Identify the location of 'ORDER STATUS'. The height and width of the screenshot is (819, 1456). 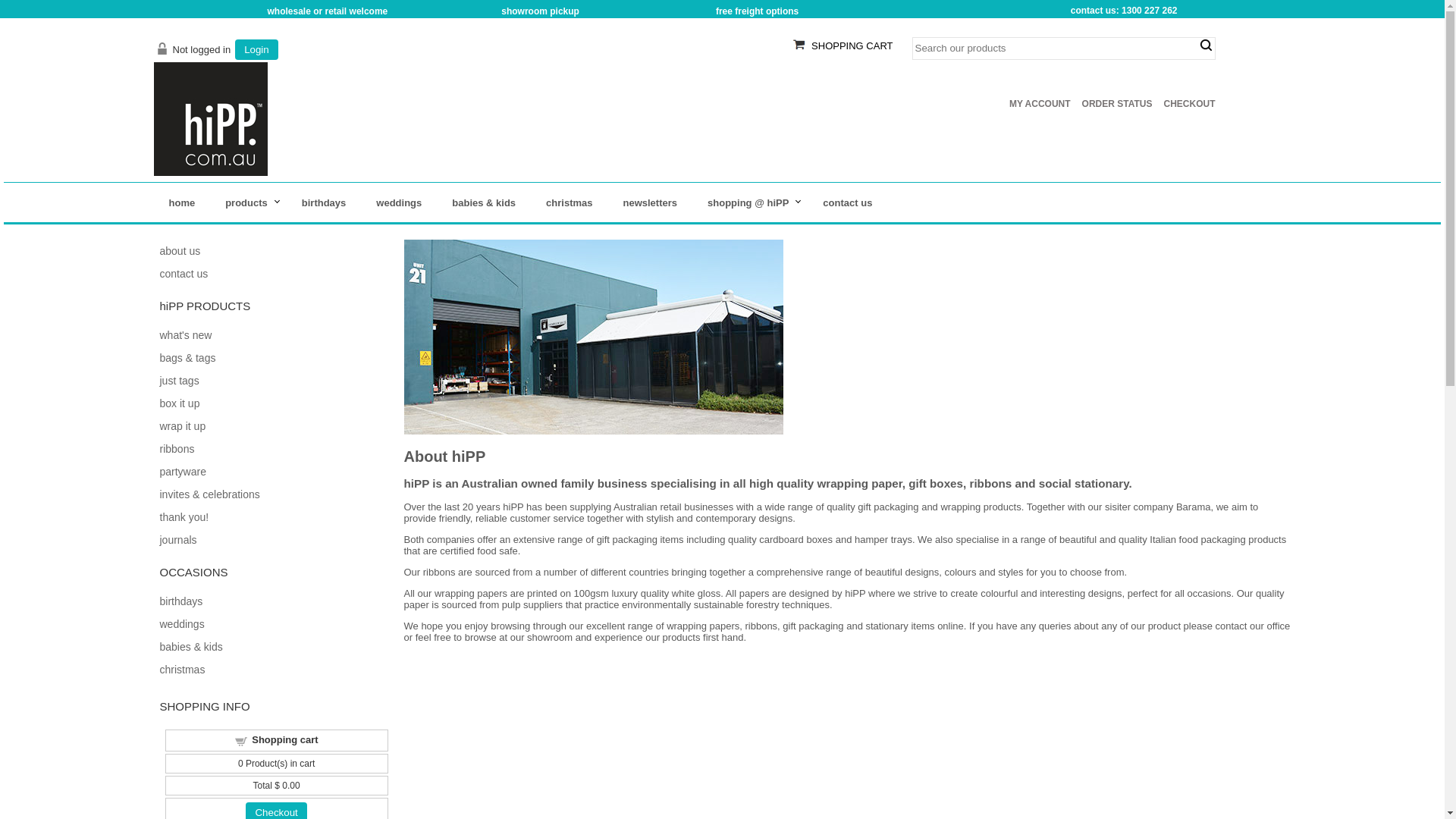
(1117, 103).